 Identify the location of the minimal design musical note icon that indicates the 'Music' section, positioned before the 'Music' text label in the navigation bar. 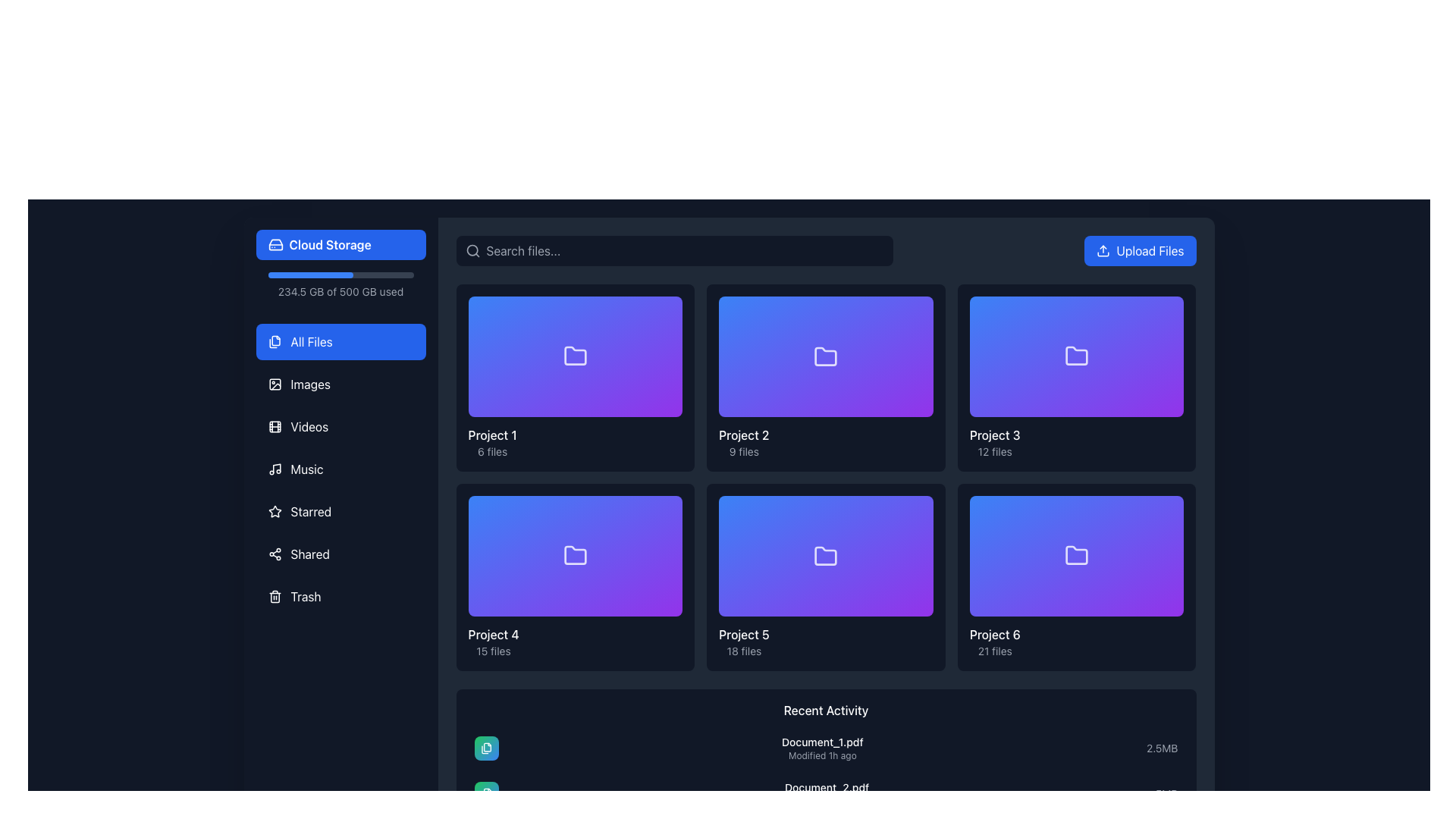
(275, 468).